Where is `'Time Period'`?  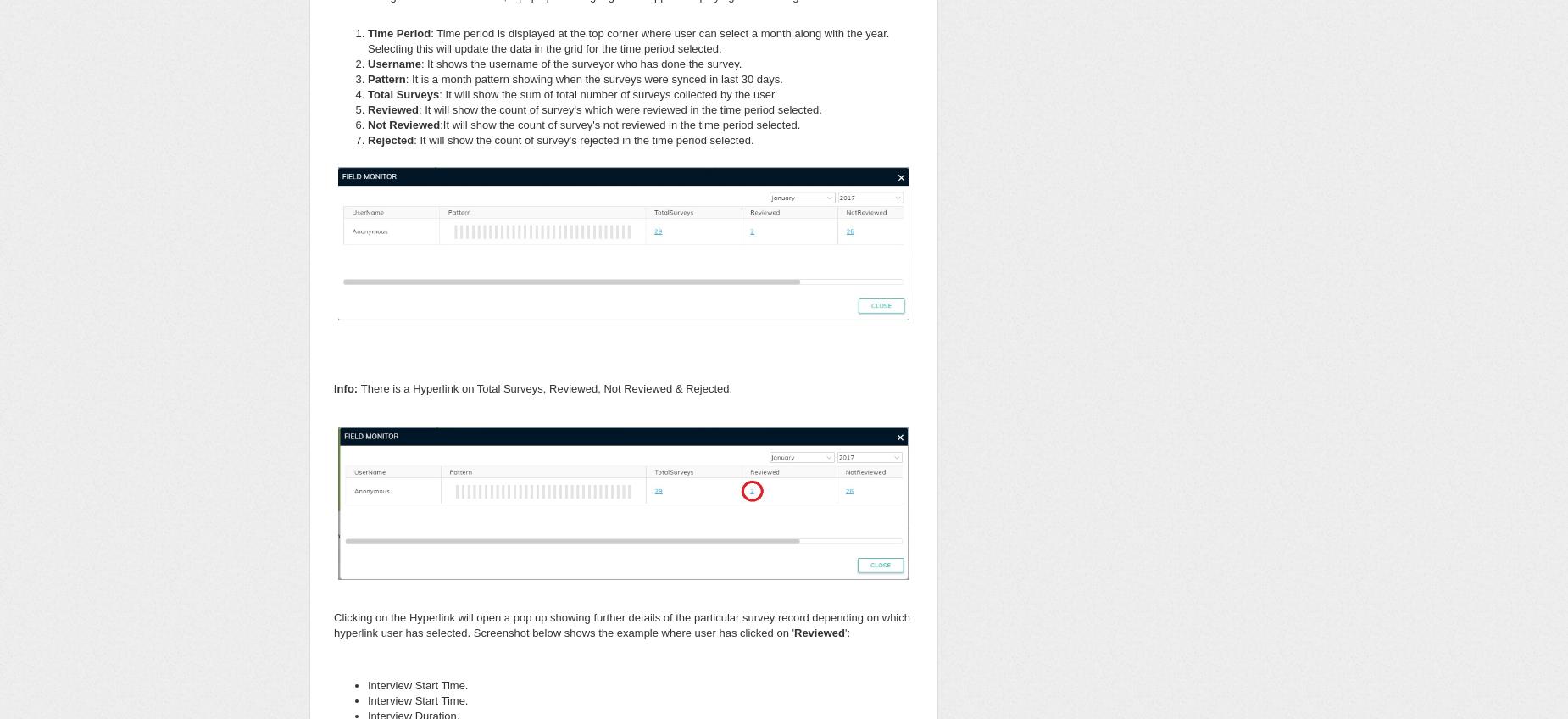 'Time Period' is located at coordinates (367, 31).